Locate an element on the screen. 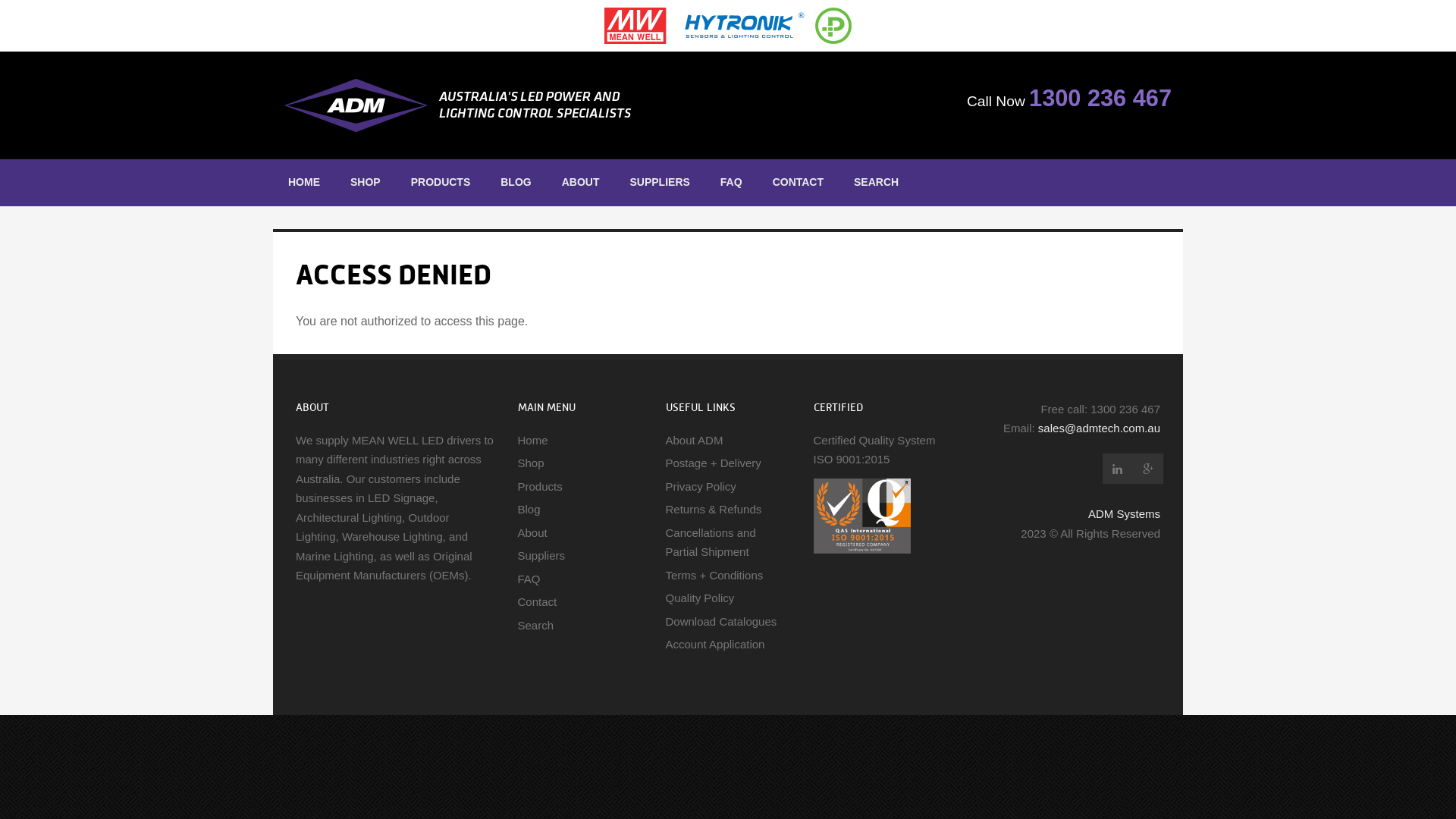  'Returns & Refunds' is located at coordinates (713, 509).